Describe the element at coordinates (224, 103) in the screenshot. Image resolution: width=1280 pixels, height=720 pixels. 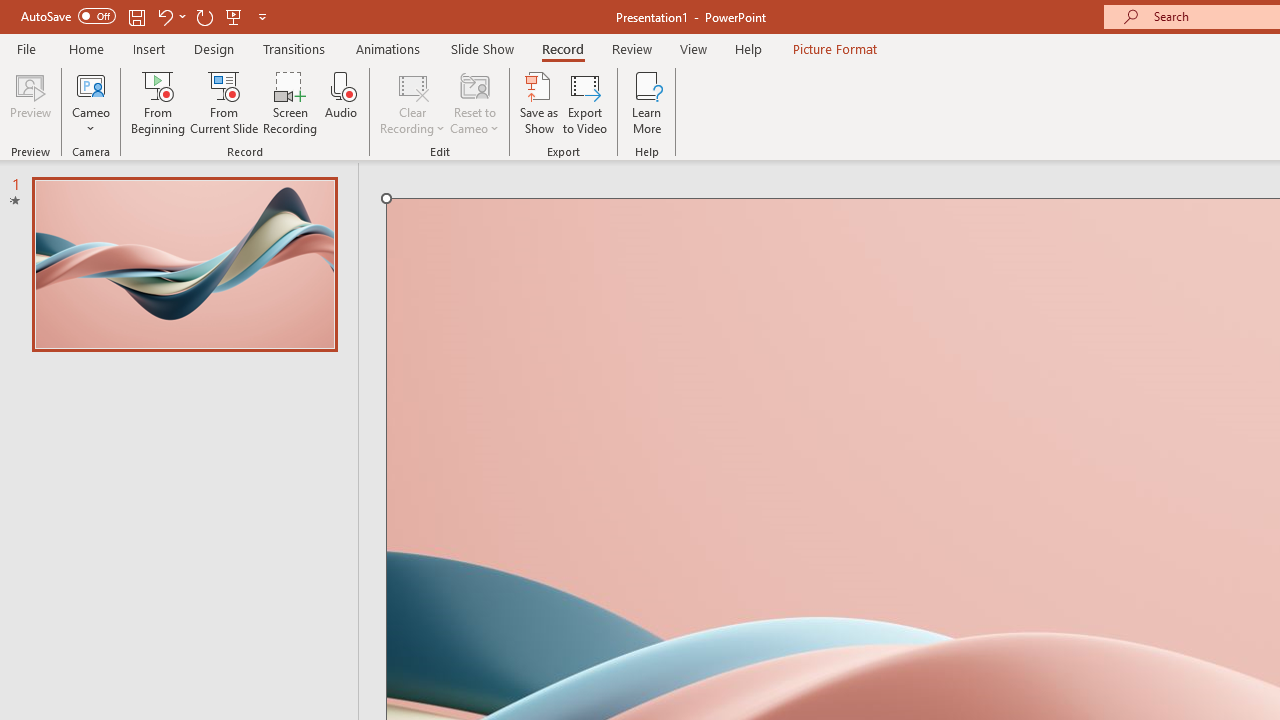
I see `'From Current Slide...'` at that location.